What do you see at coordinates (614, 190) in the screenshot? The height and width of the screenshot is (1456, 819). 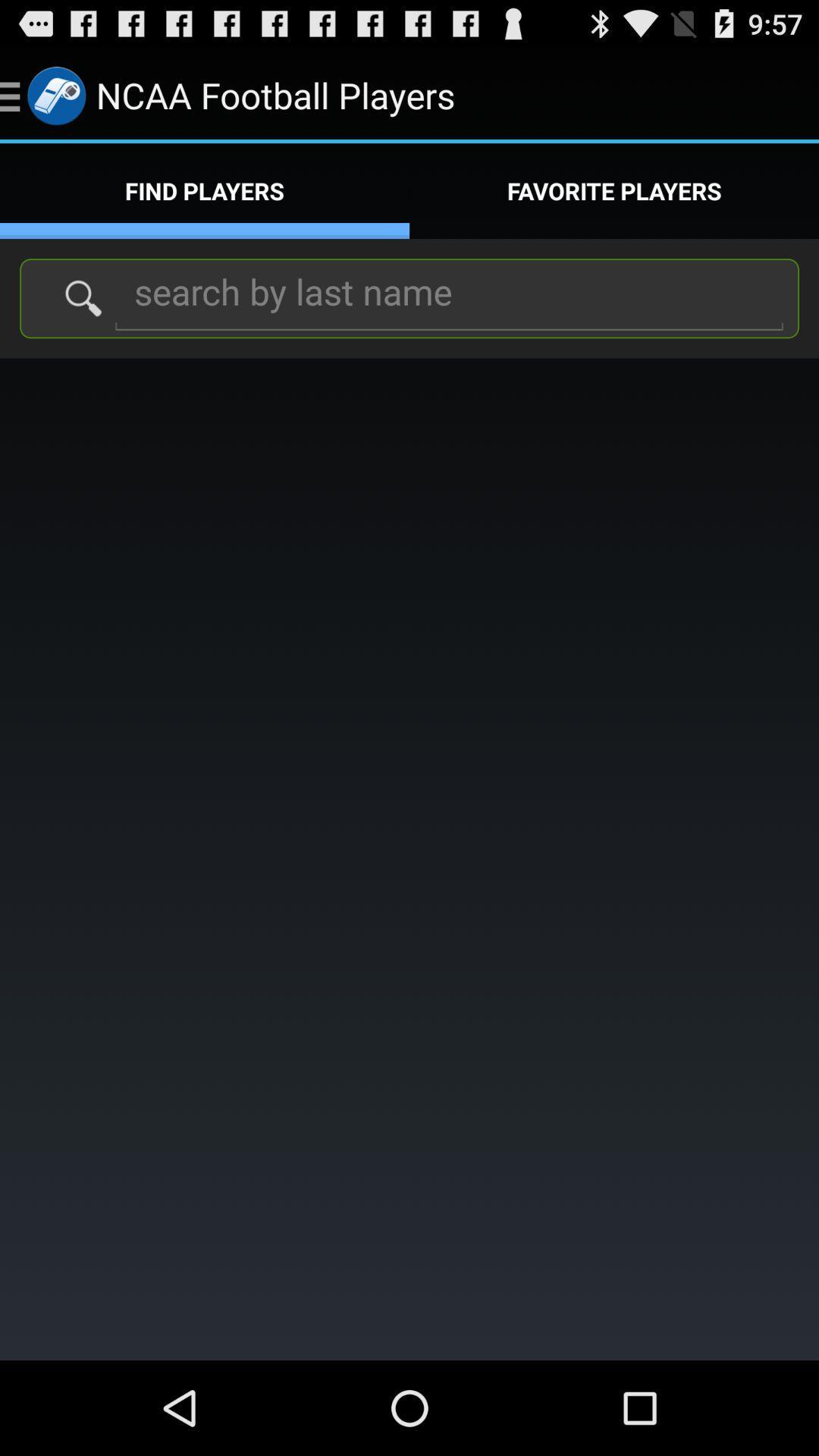 I see `app to the right of find players app` at bounding box center [614, 190].